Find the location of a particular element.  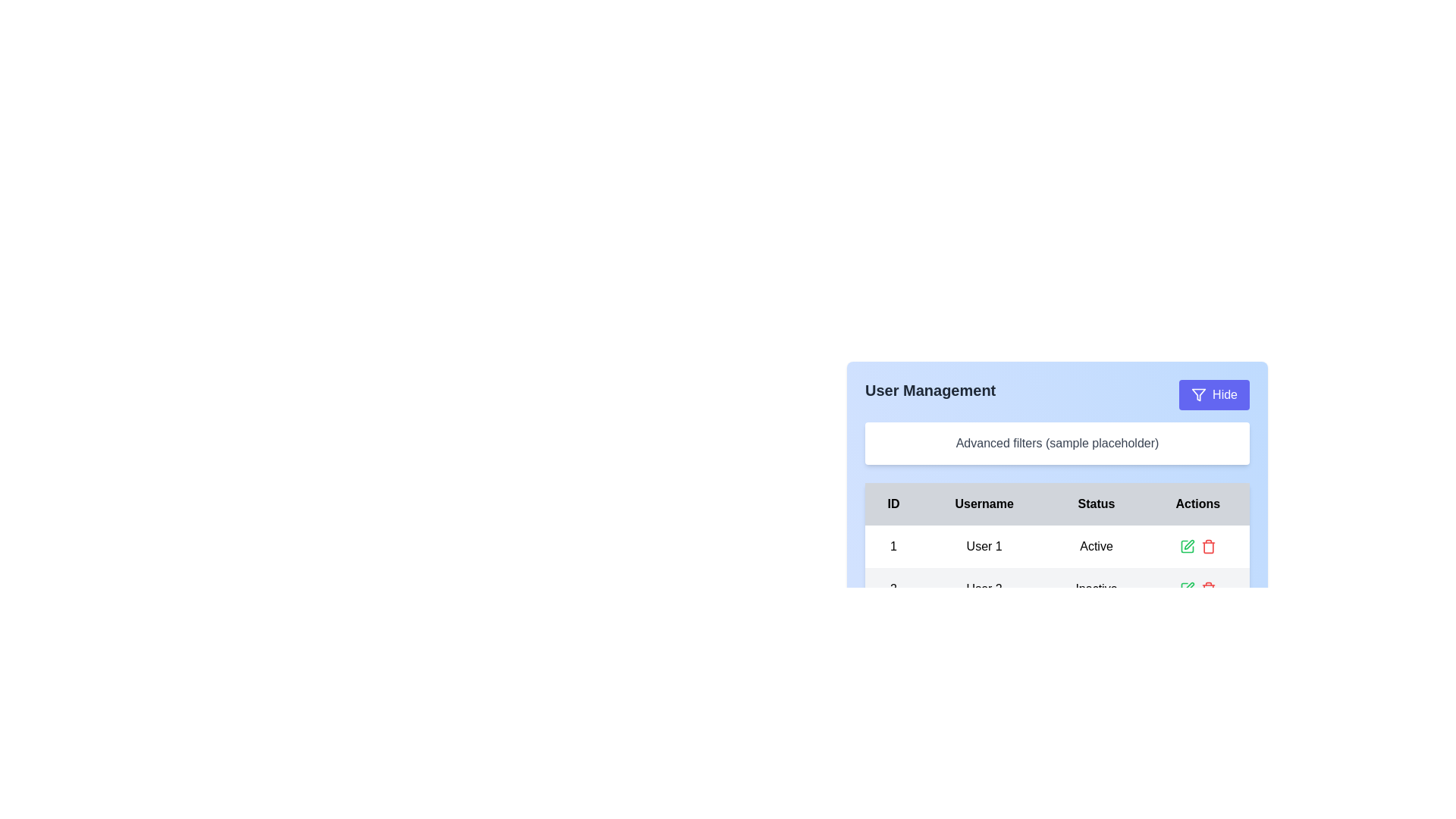

the delete icon in the Actions column of the first row within the user management table is located at coordinates (1197, 547).